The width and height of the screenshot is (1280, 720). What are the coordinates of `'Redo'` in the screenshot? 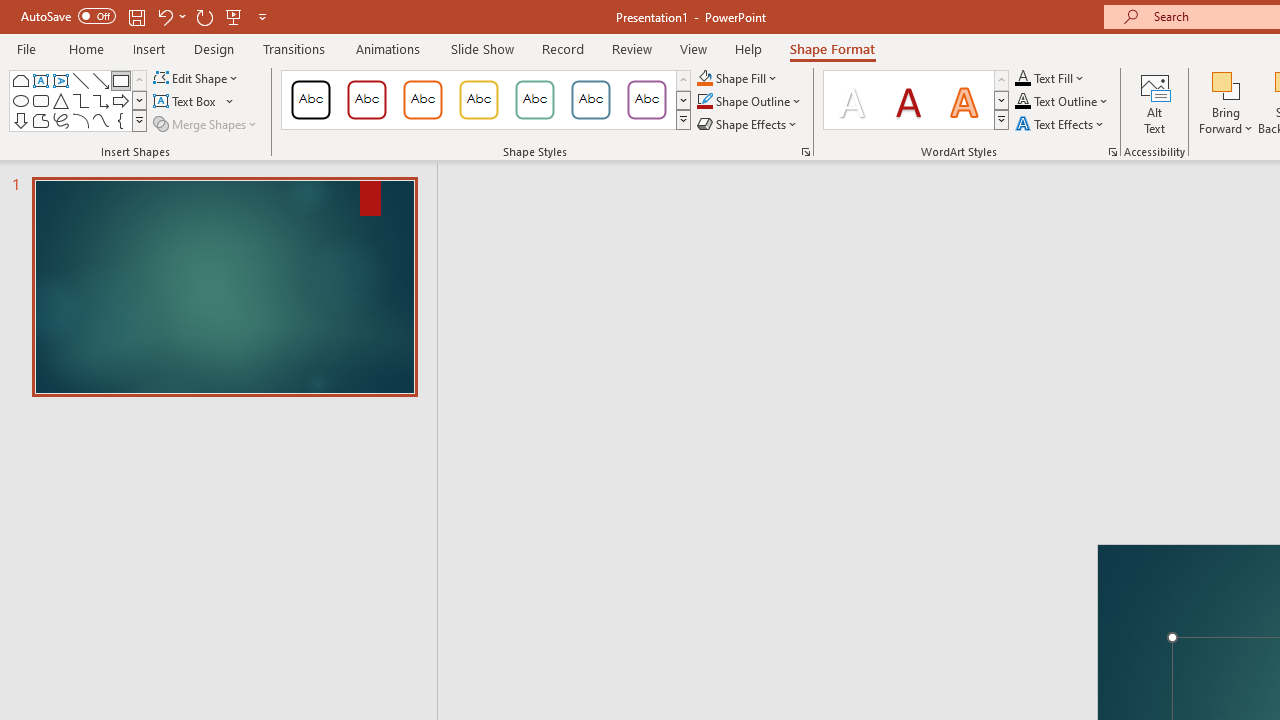 It's located at (204, 16).